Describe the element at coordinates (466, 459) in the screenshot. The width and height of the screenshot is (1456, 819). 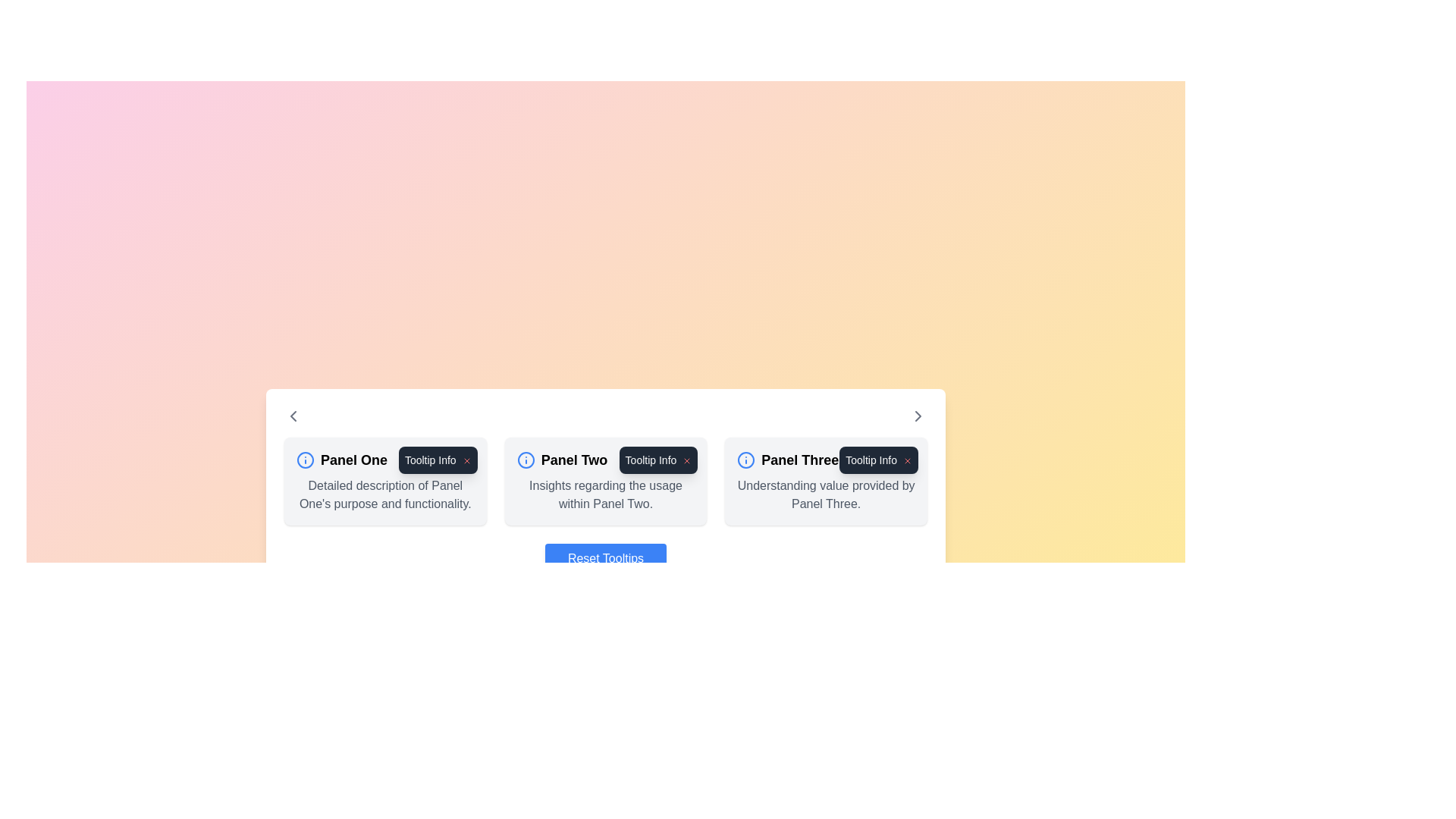
I see `the small red icon button resembling a close or cancel button located in the tooltip above 'Panel One' to change its color to yellow` at that location.